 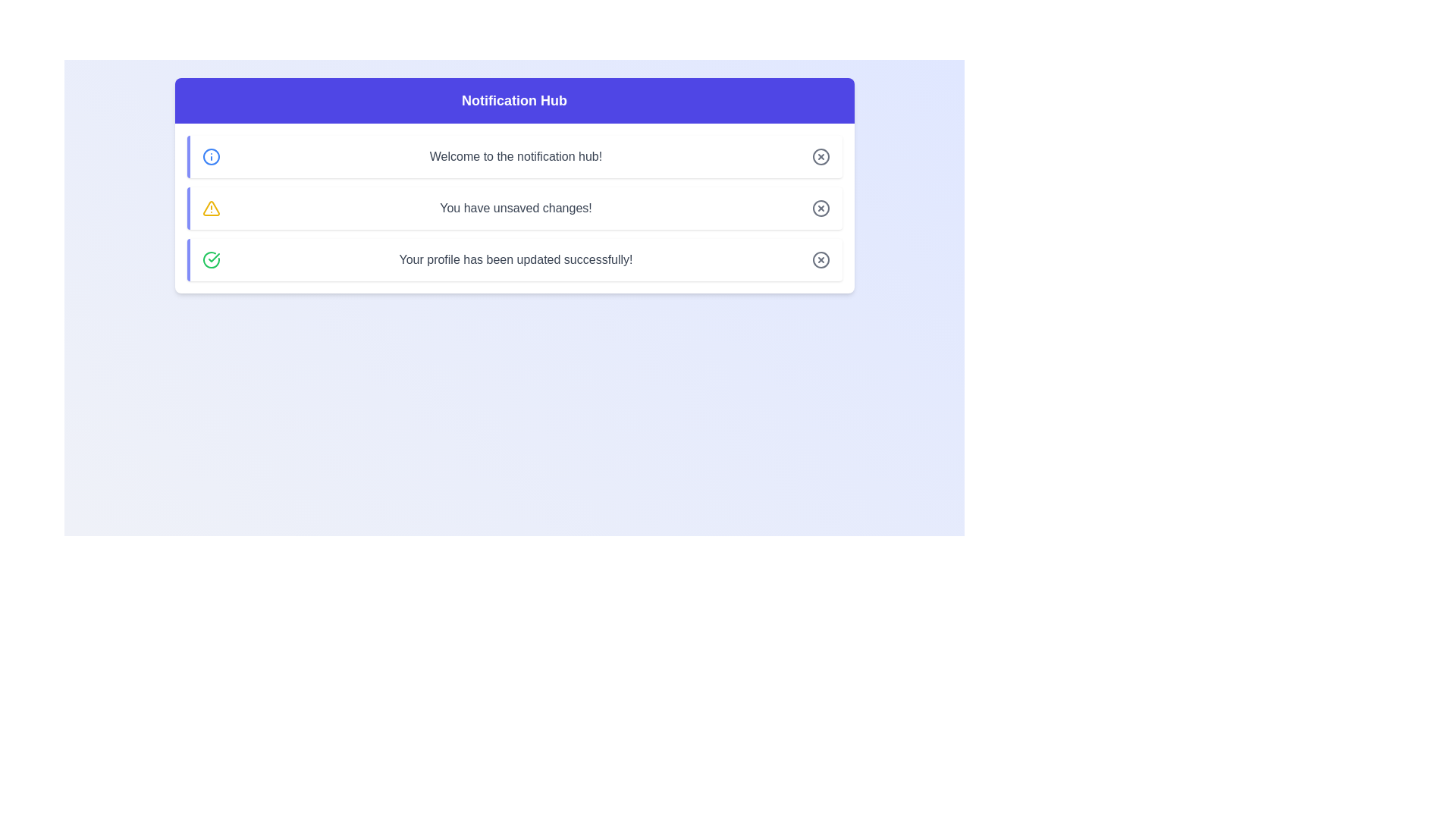 I want to click on the text label displaying 'Welcome to the notification hub!' which is styled with gray text and located within the first notification card, so click(x=516, y=157).